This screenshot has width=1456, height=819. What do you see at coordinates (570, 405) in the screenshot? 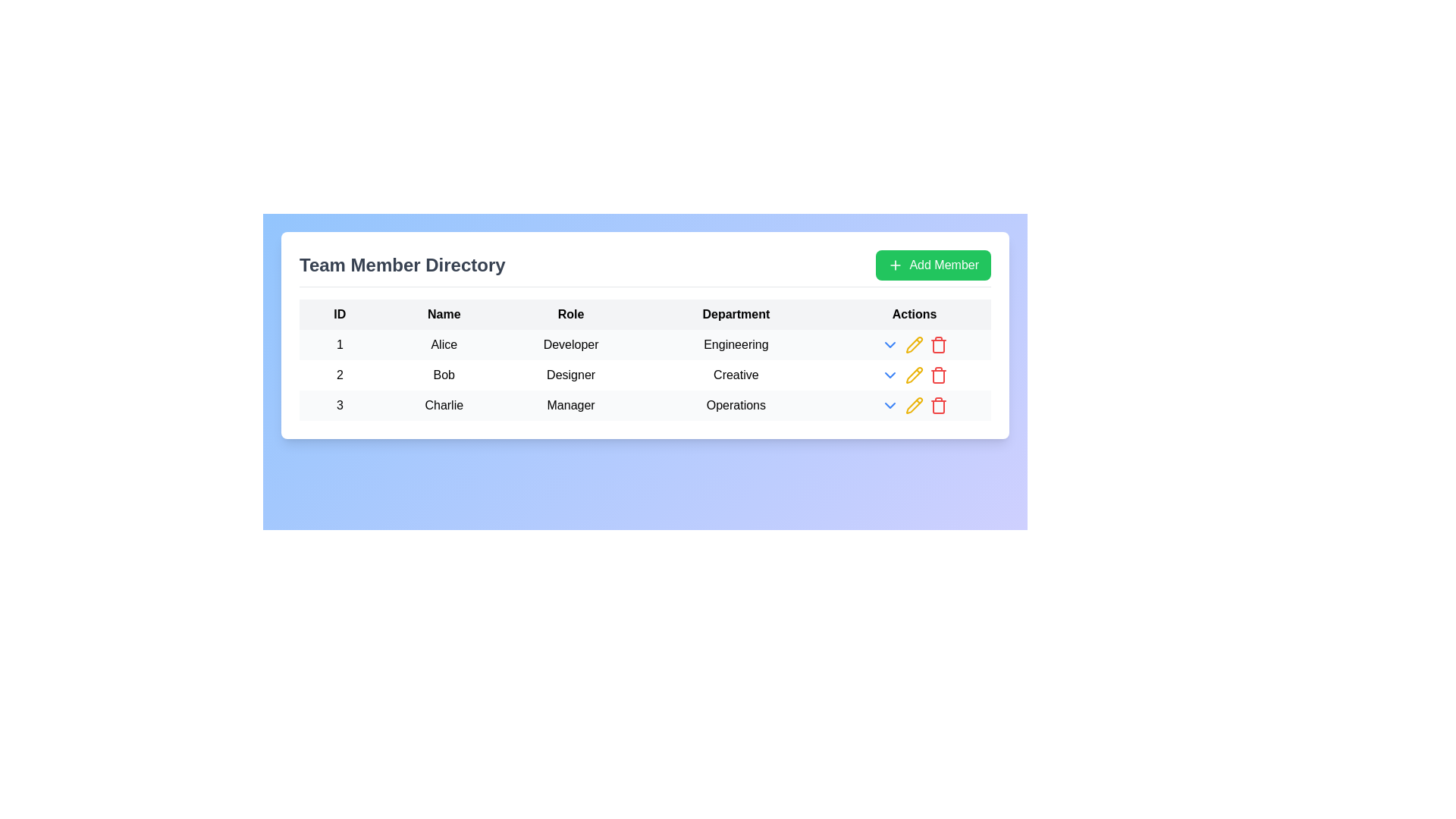
I see `the Text label displaying the job role of 'Charlie' in the third cell of the 'Role' column in the table row for entry ID '3'` at bounding box center [570, 405].